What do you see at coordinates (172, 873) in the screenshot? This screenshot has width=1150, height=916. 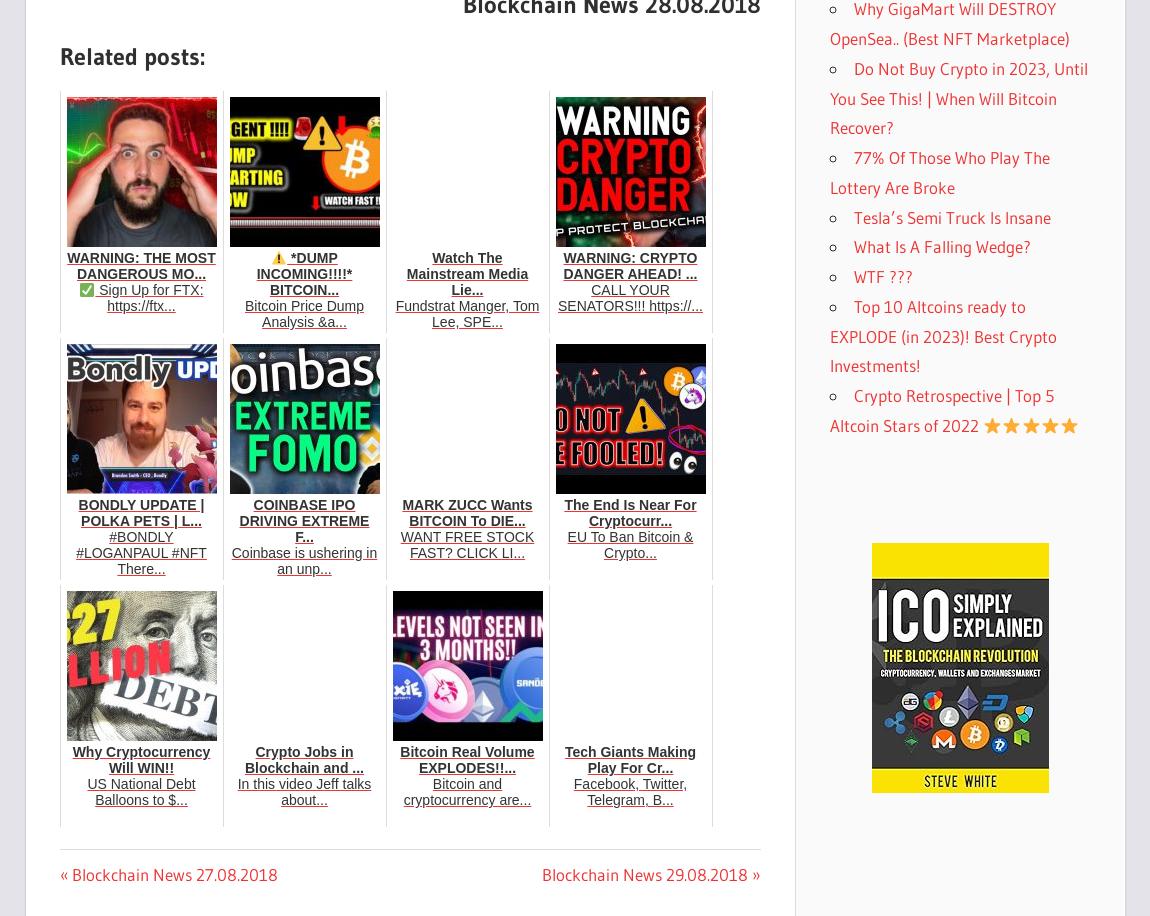 I see `'Blockchain News 27.08.2018'` at bounding box center [172, 873].